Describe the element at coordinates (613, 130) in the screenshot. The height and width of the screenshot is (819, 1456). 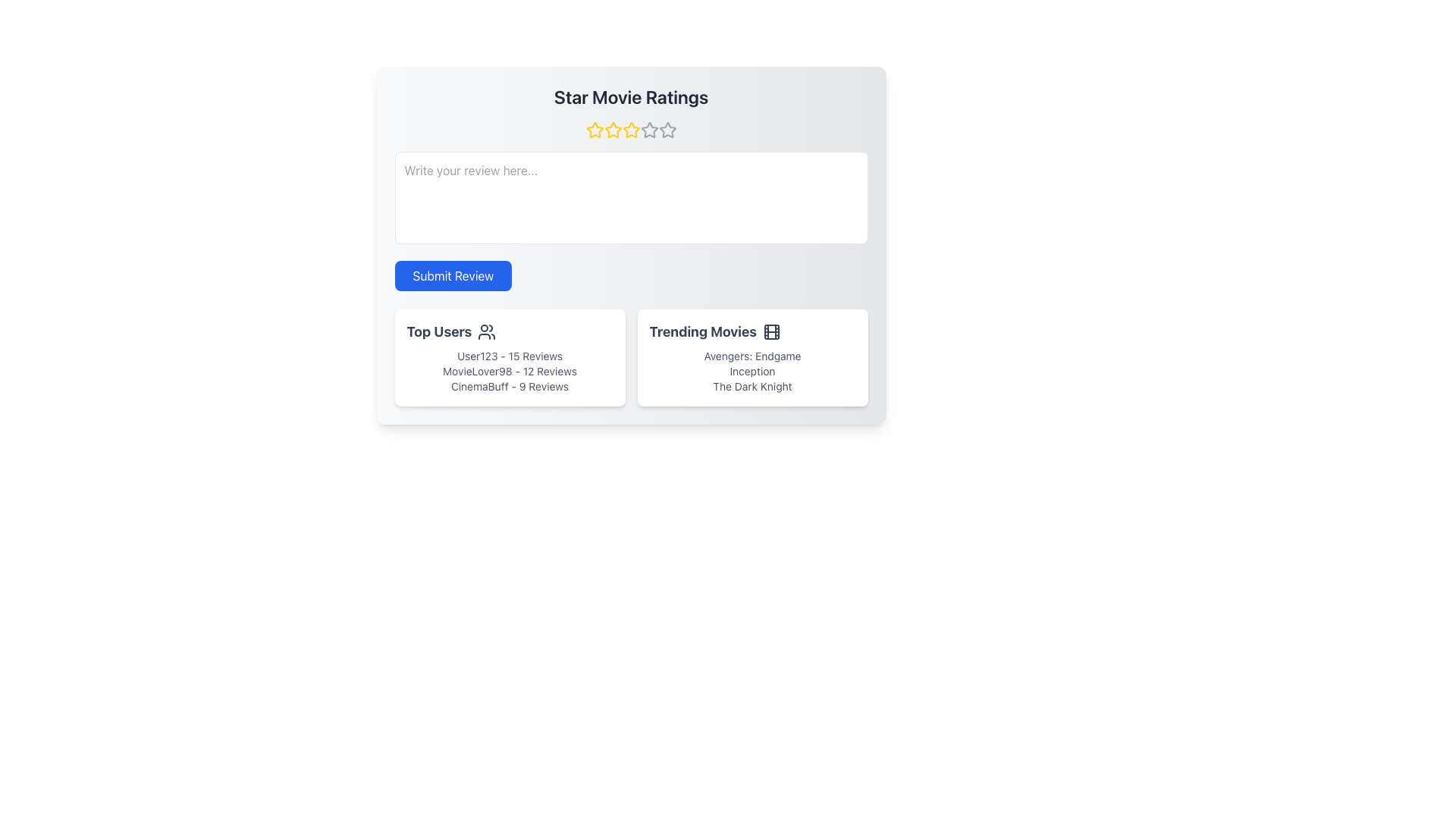
I see `the third star icon in the 'Star Movie Ratings' section, which has a yellow outline and hollow center` at that location.